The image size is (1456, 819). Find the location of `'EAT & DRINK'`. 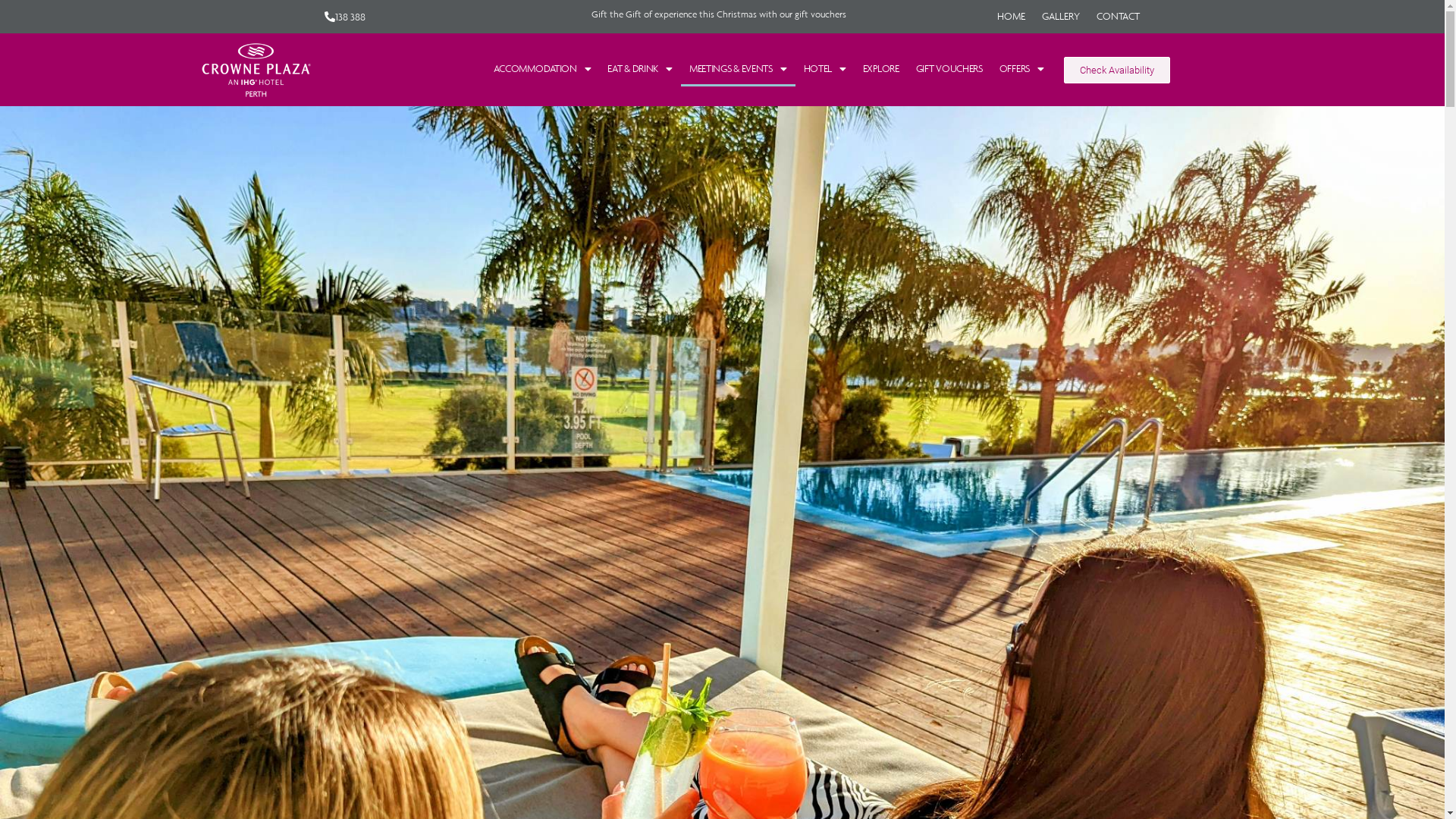

'EAT & DRINK' is located at coordinates (639, 69).